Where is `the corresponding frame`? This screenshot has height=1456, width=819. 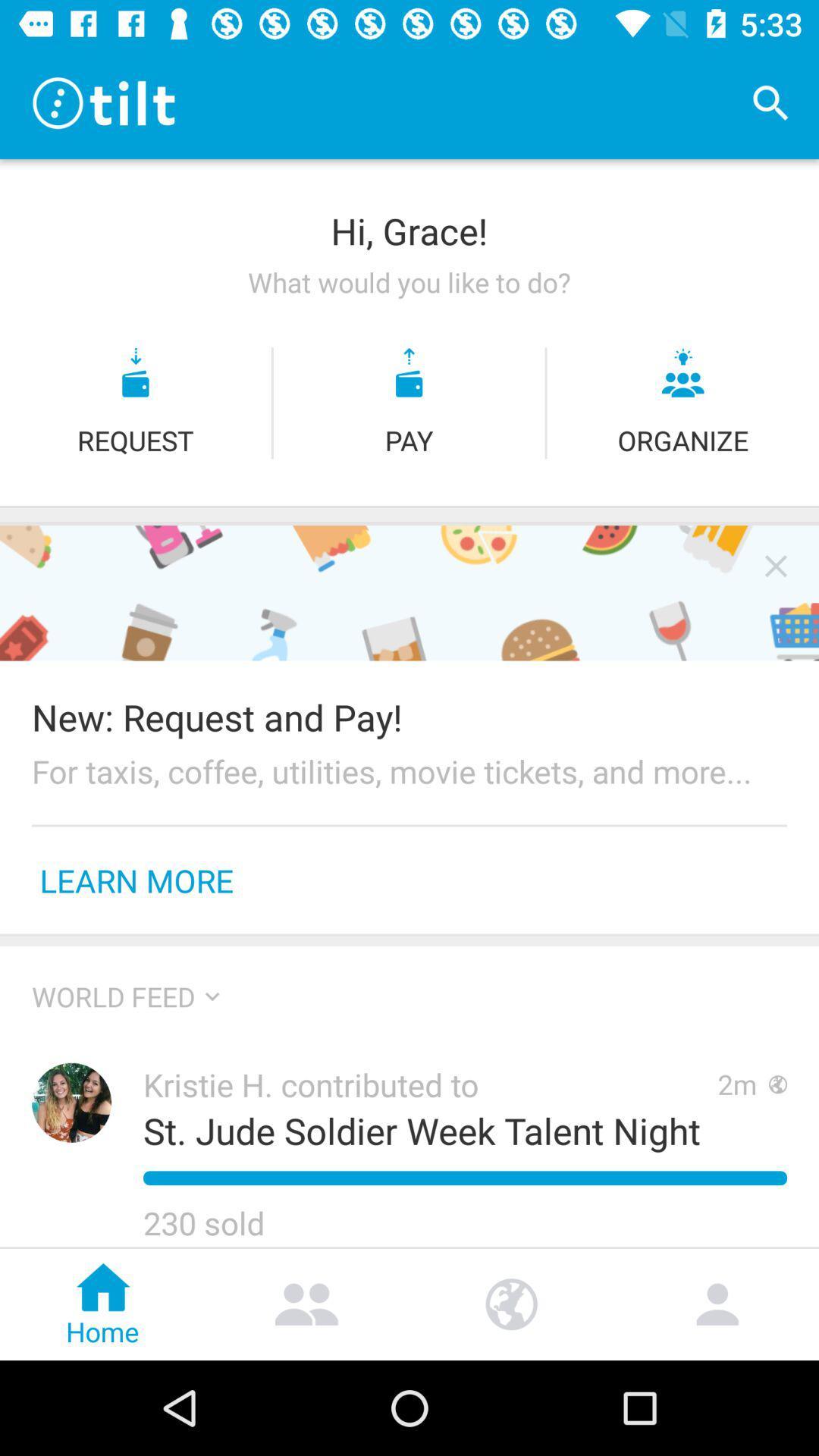 the corresponding frame is located at coordinates (776, 565).